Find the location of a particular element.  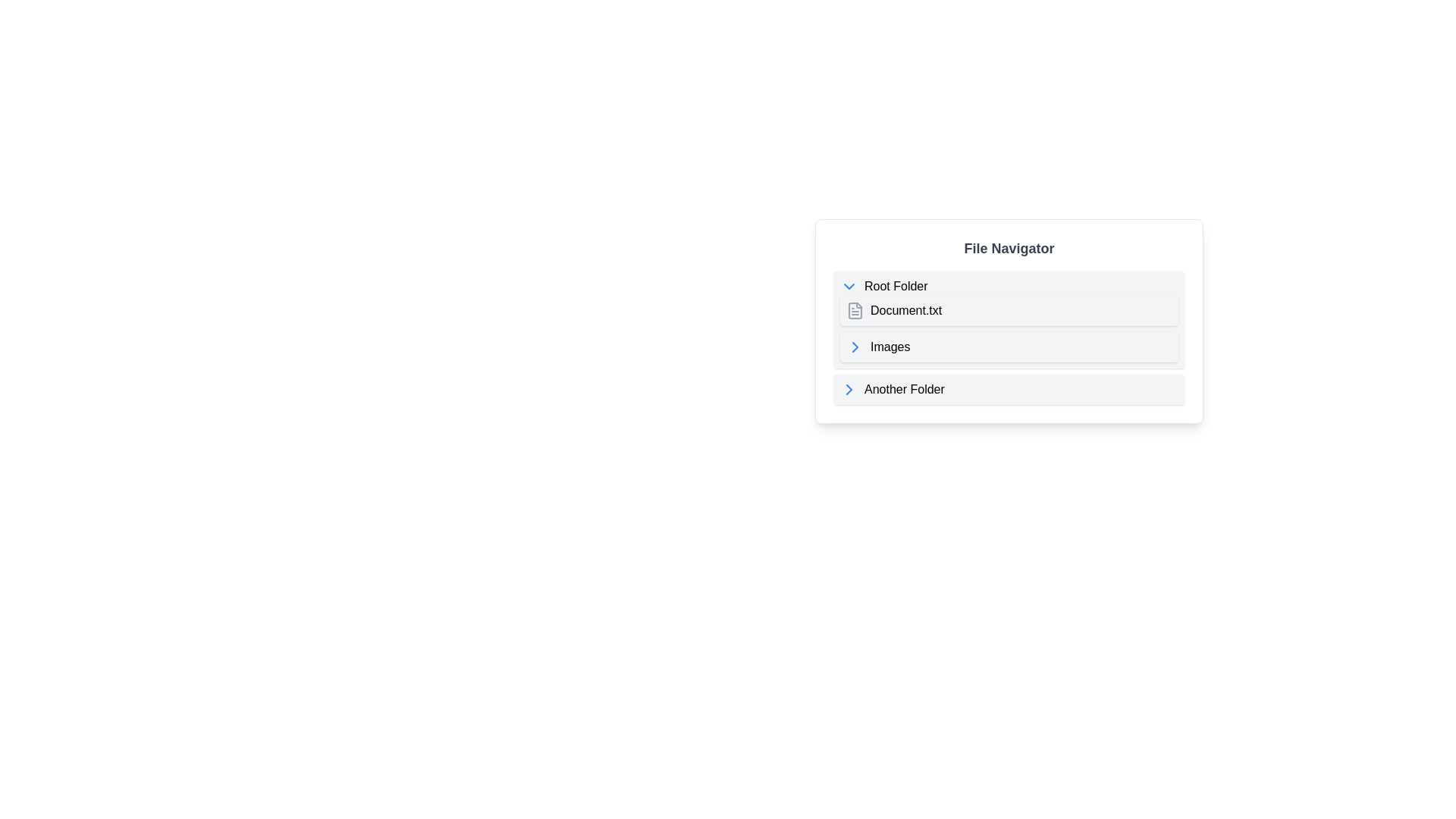

the expandable icon indicating the 'Images' folder is located at coordinates (855, 347).